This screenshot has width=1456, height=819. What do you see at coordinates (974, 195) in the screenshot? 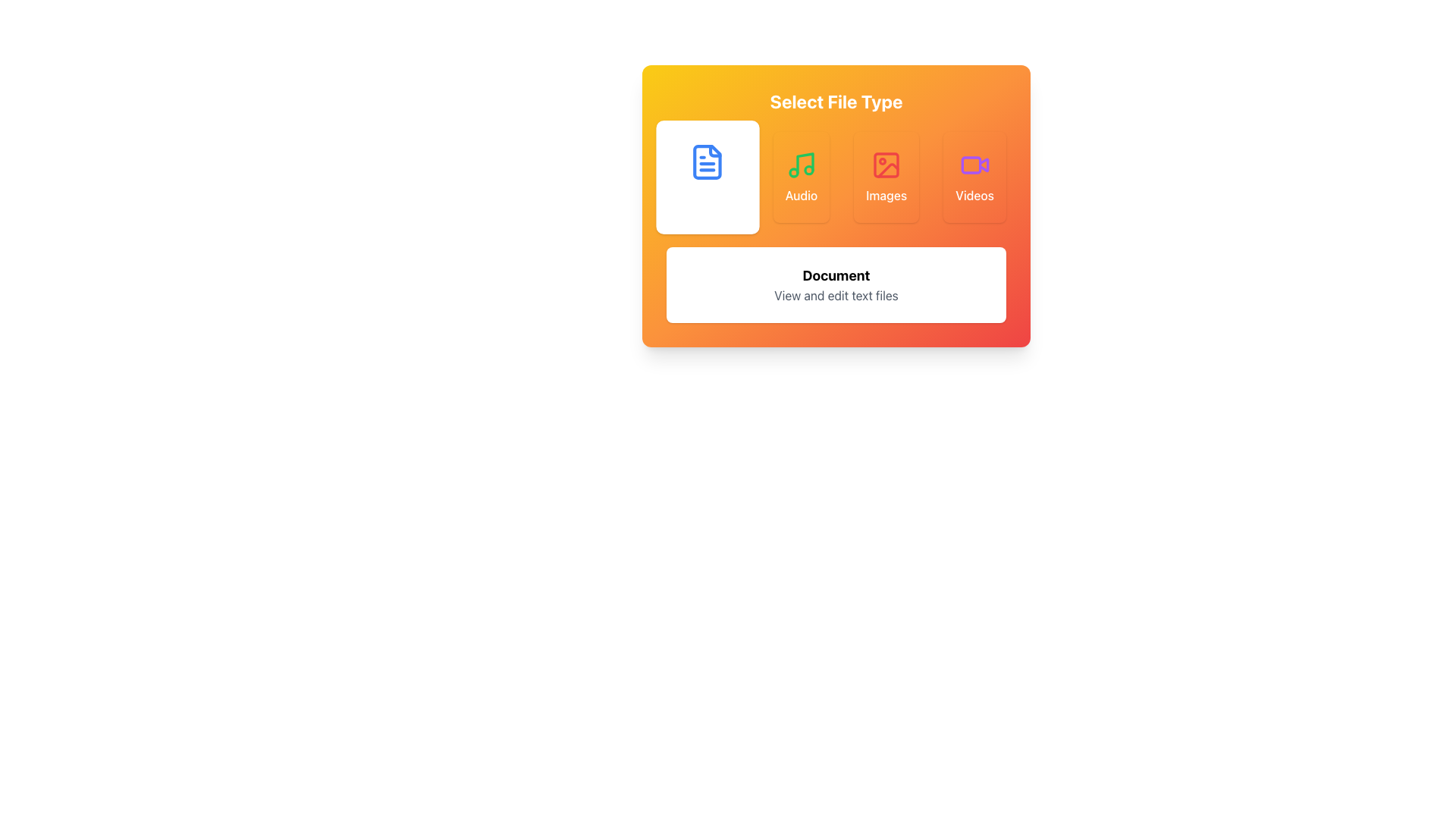
I see `the 'Videos' text label, which is styled with a white medium-weight font on an orange background, located beneath a video camera icon in the fourth box of a horizontal sequence` at bounding box center [974, 195].